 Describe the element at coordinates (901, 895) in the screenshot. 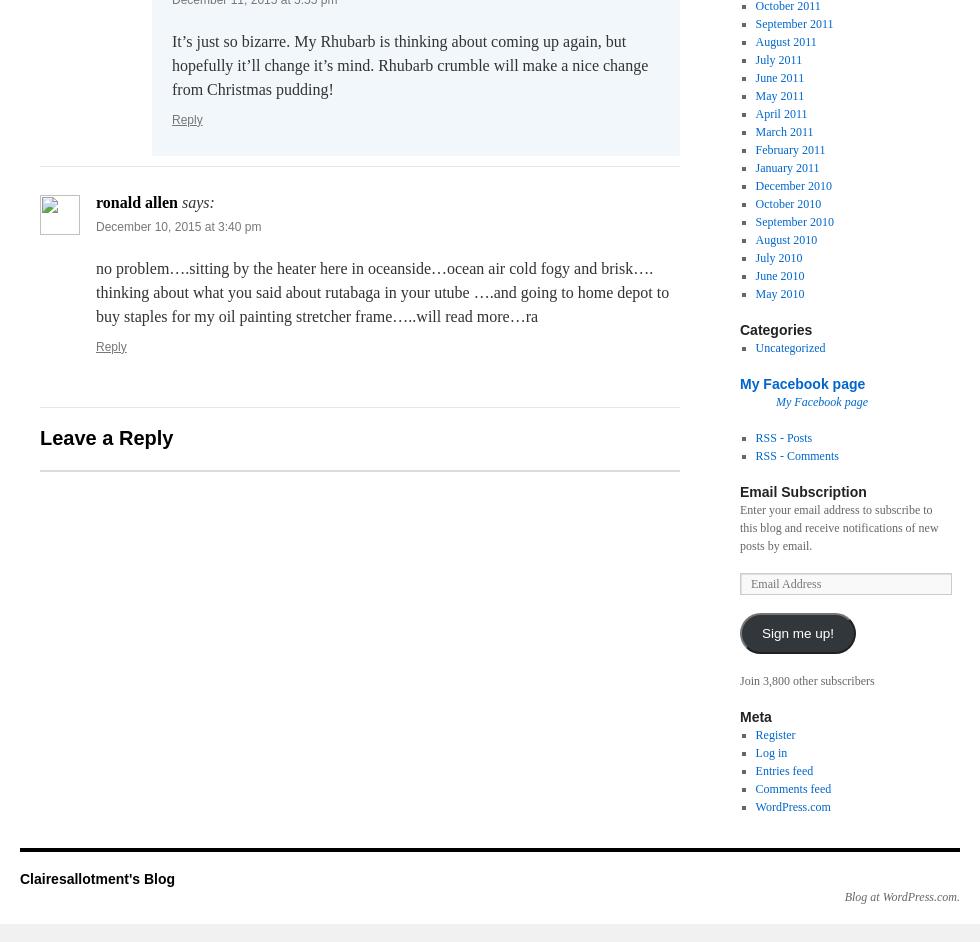

I see `'Blog at WordPress.com.'` at that location.